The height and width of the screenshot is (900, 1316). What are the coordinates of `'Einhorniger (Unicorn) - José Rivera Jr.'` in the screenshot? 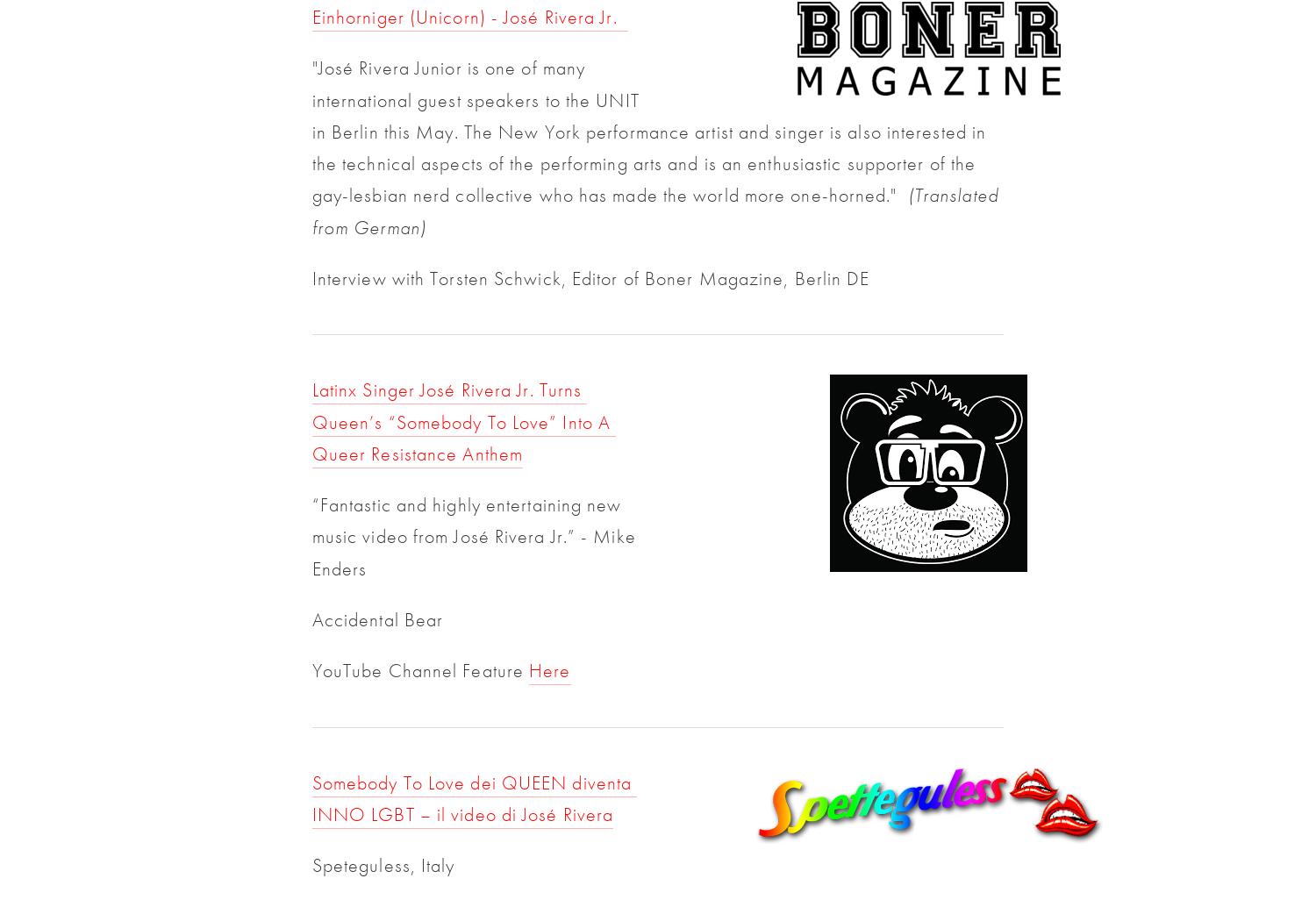 It's located at (469, 16).